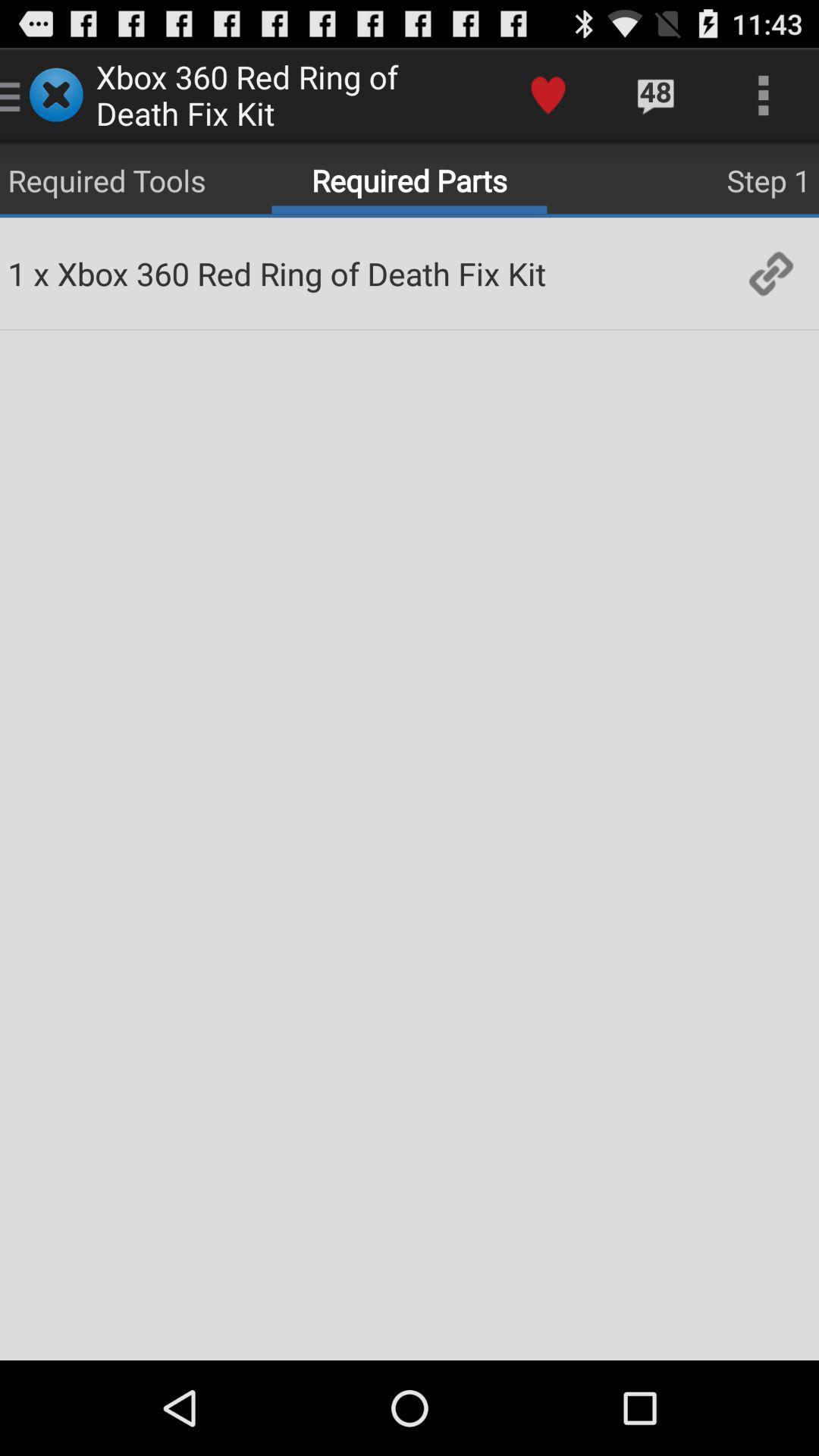 This screenshot has height=1456, width=819. What do you see at coordinates (771, 273) in the screenshot?
I see `icon to the right of the xbox 360 red item` at bounding box center [771, 273].